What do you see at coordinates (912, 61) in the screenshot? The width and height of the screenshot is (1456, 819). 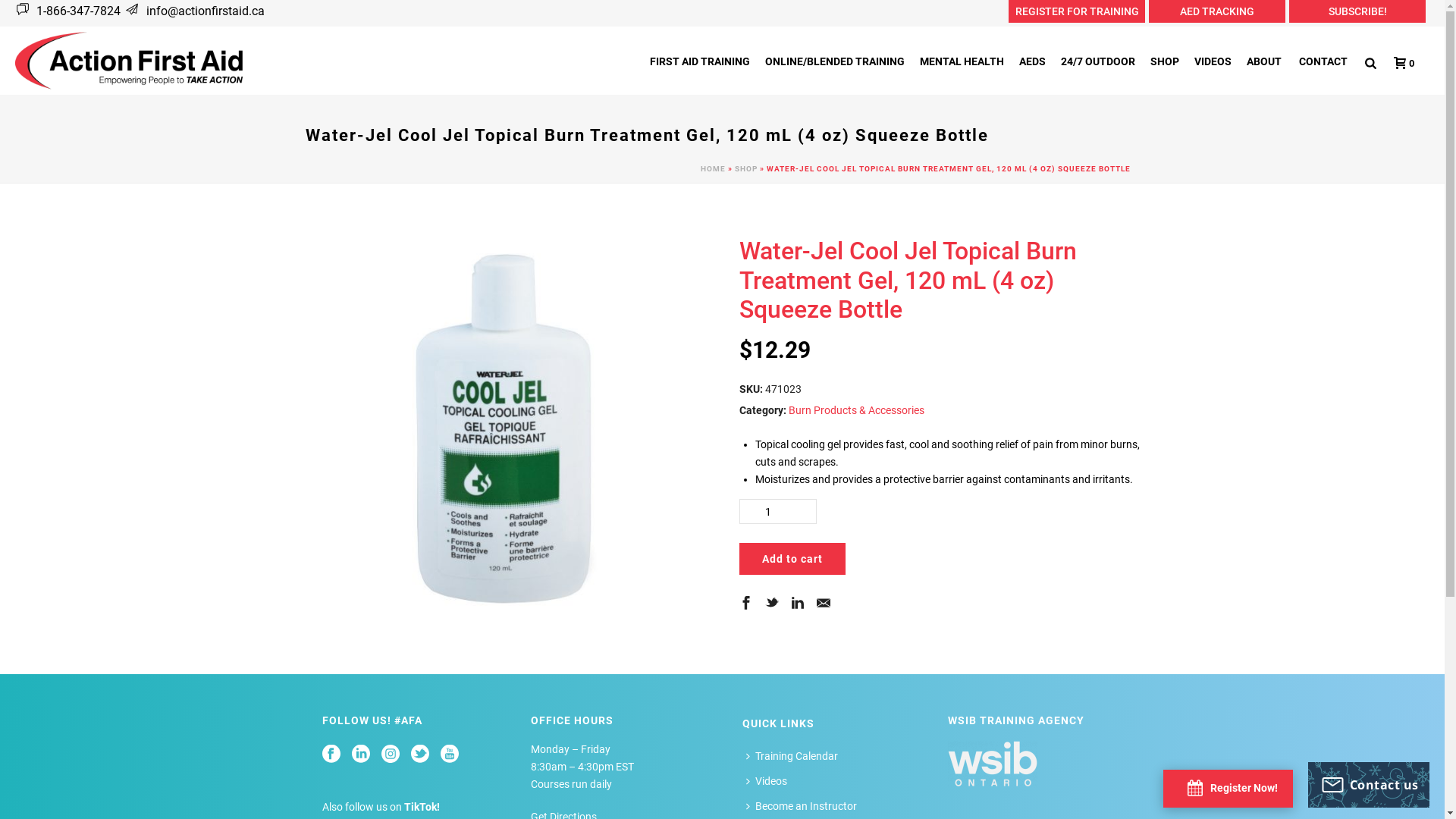 I see `'MENTAL HEALTH'` at bounding box center [912, 61].